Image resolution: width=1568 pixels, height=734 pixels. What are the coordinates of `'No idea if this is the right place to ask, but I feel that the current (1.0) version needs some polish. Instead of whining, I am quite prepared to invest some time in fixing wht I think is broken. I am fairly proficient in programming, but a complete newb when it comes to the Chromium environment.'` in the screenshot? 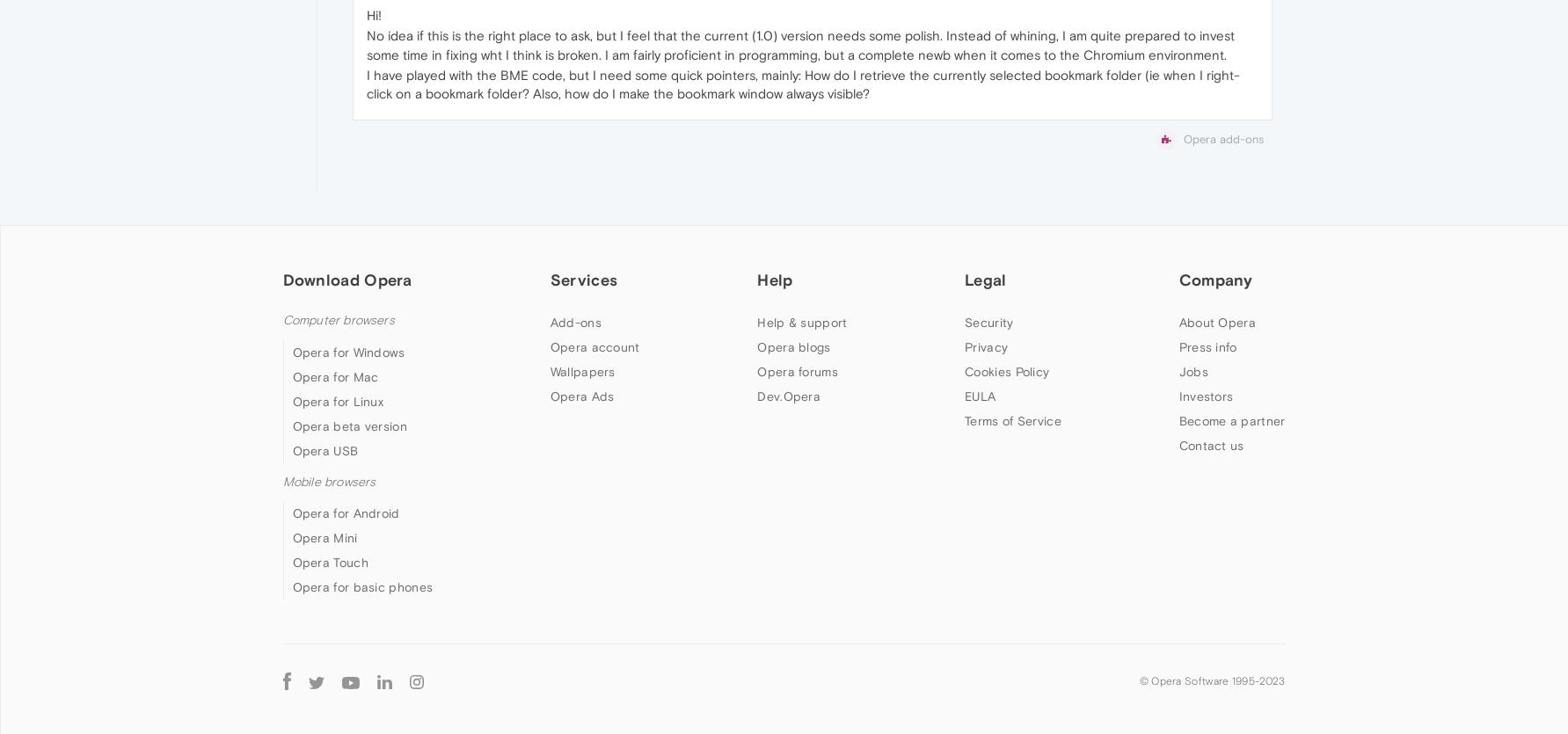 It's located at (799, 45).